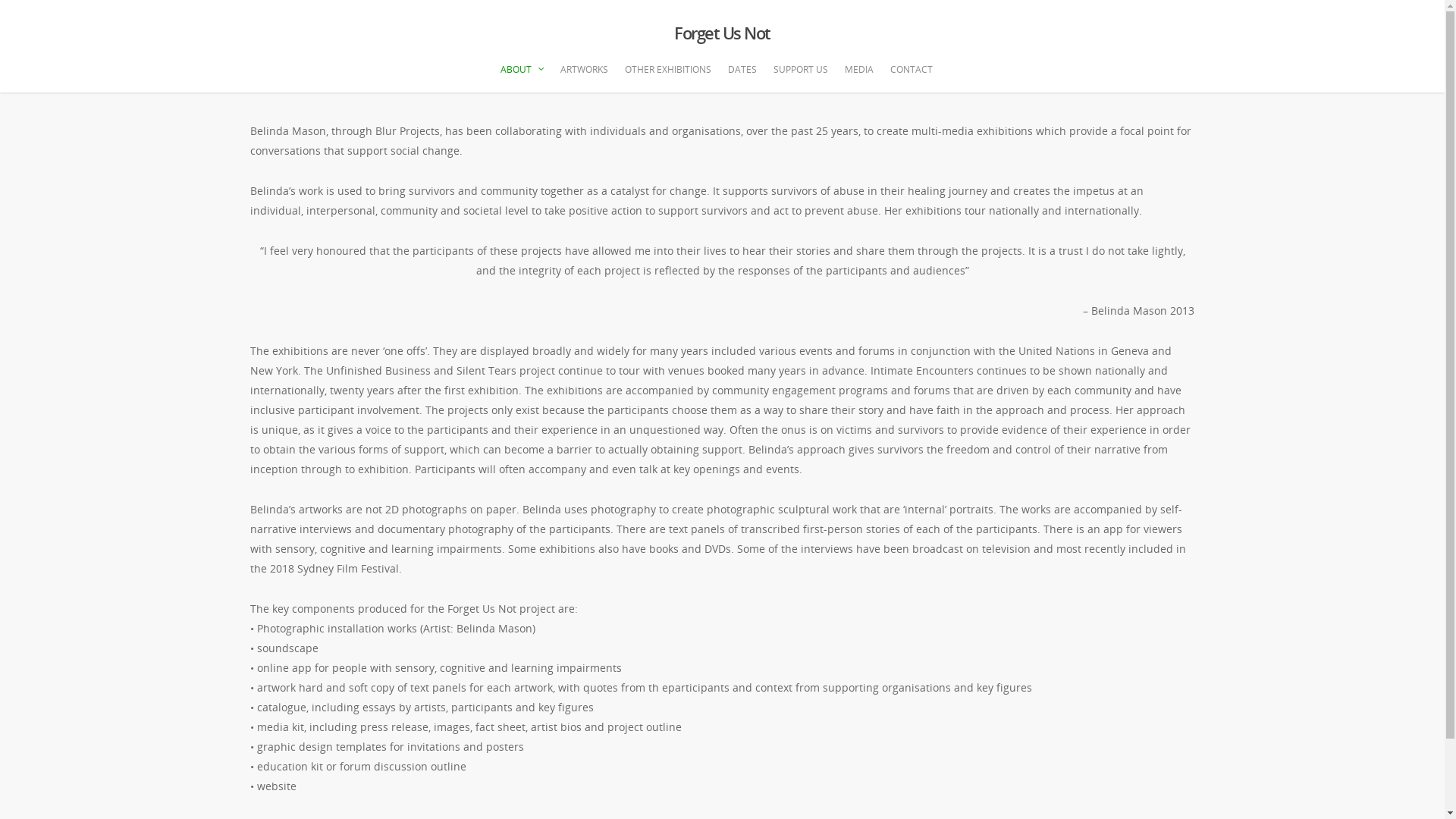 This screenshot has width=1456, height=819. What do you see at coordinates (492, 77) in the screenshot?
I see `'ABOUT'` at bounding box center [492, 77].